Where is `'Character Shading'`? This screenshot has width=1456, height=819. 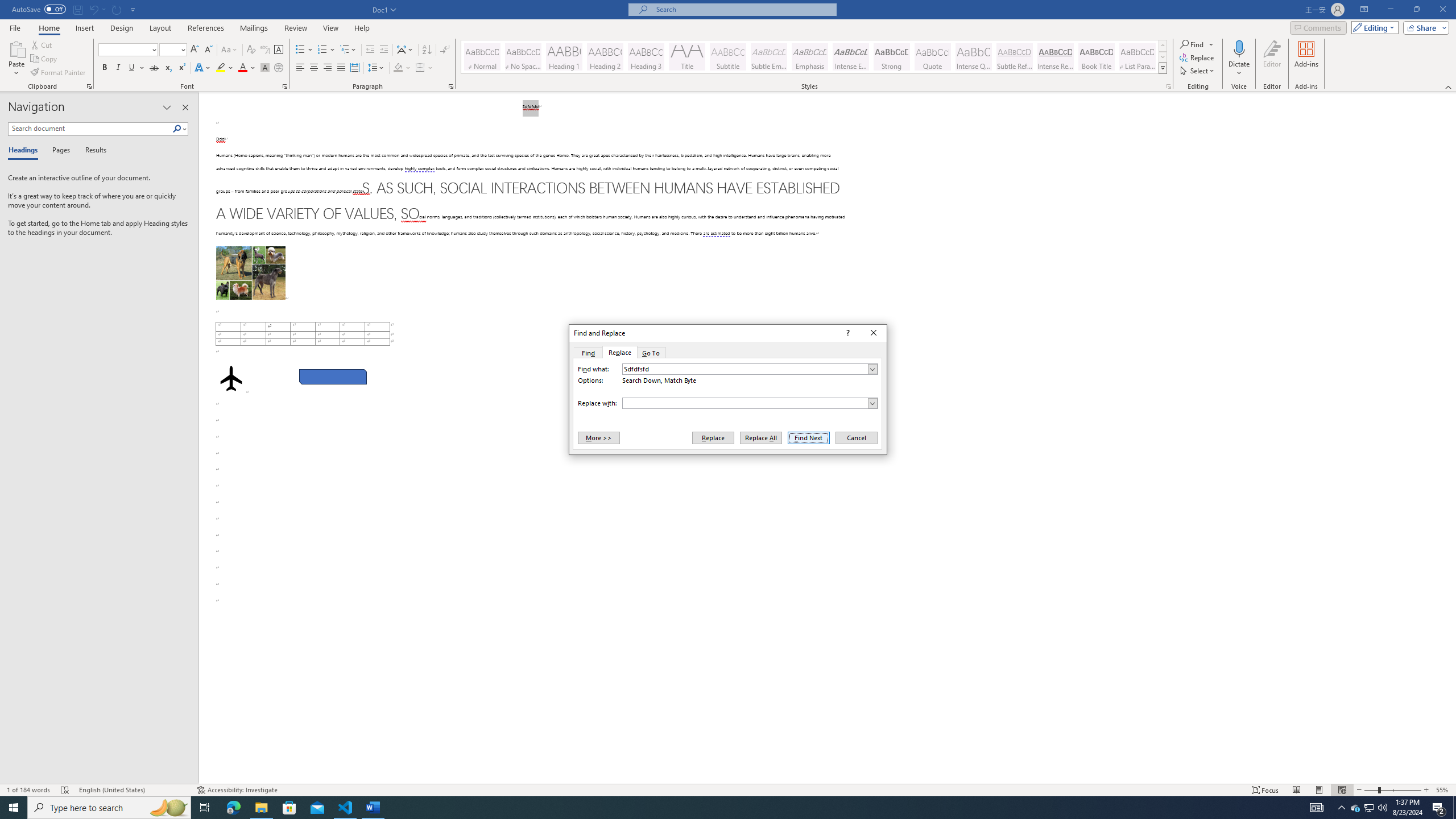 'Character Shading' is located at coordinates (264, 67).